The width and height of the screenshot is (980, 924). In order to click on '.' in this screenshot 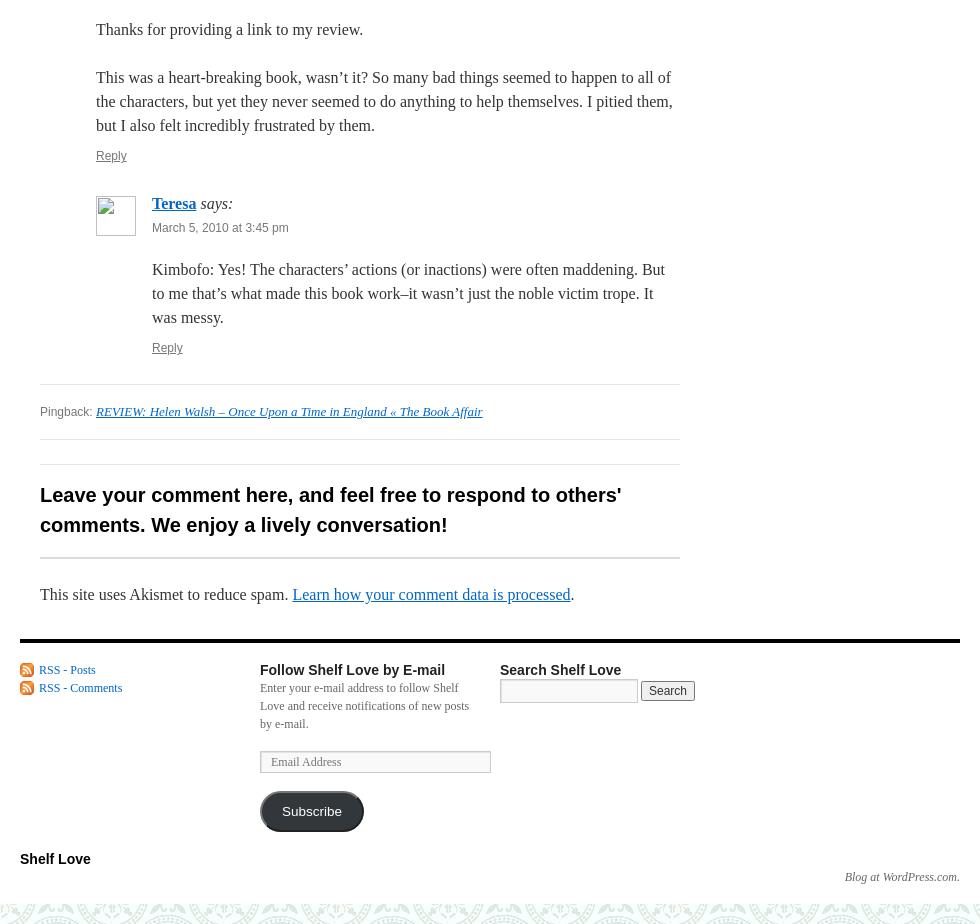, I will do `click(572, 594)`.